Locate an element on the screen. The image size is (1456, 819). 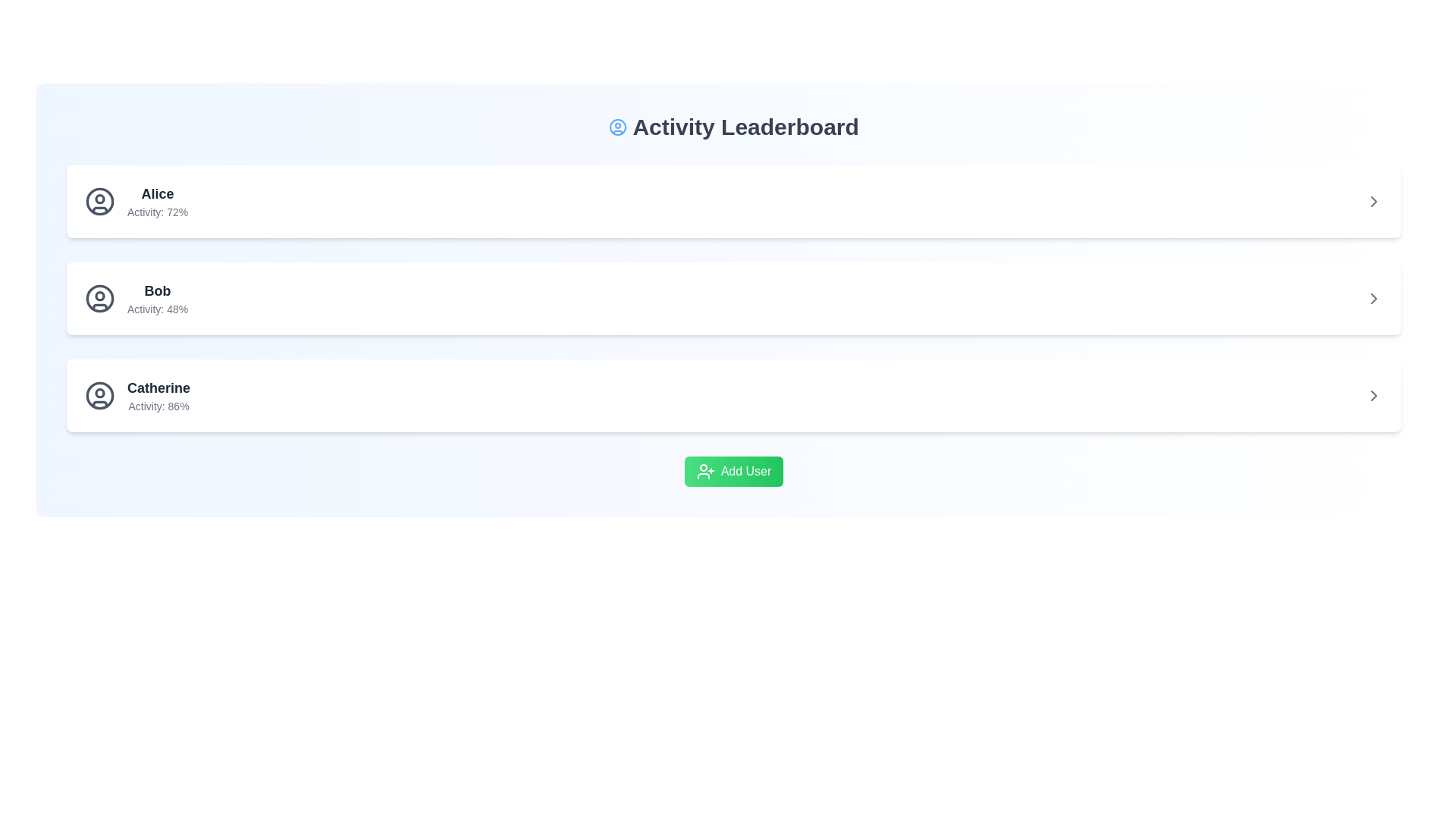
the text display element showing 'Bob' with 'Activity: 48%' underneath in the Activity Leaderboard interface is located at coordinates (158, 298).